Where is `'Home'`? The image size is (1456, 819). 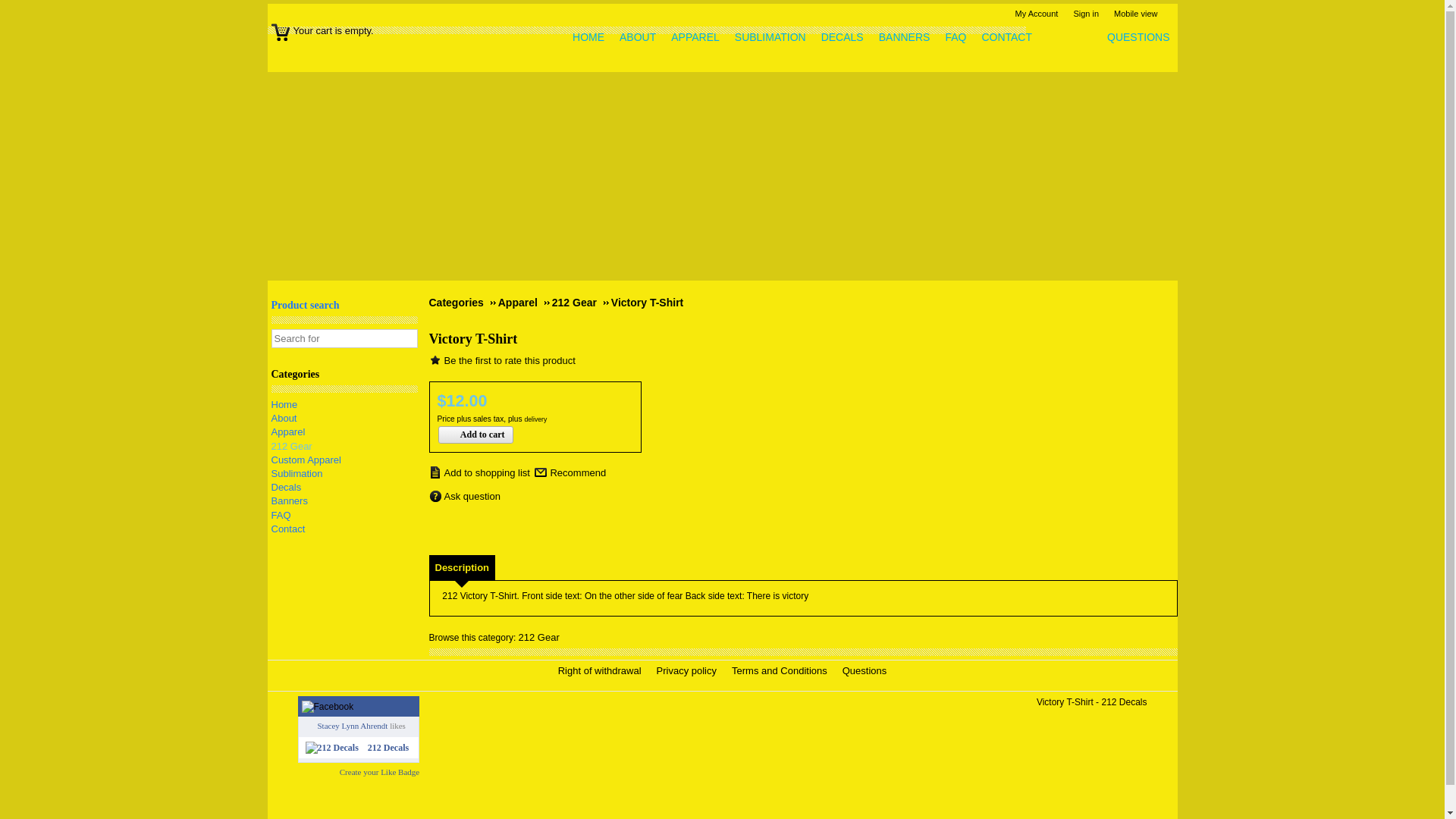 'Home' is located at coordinates (284, 403).